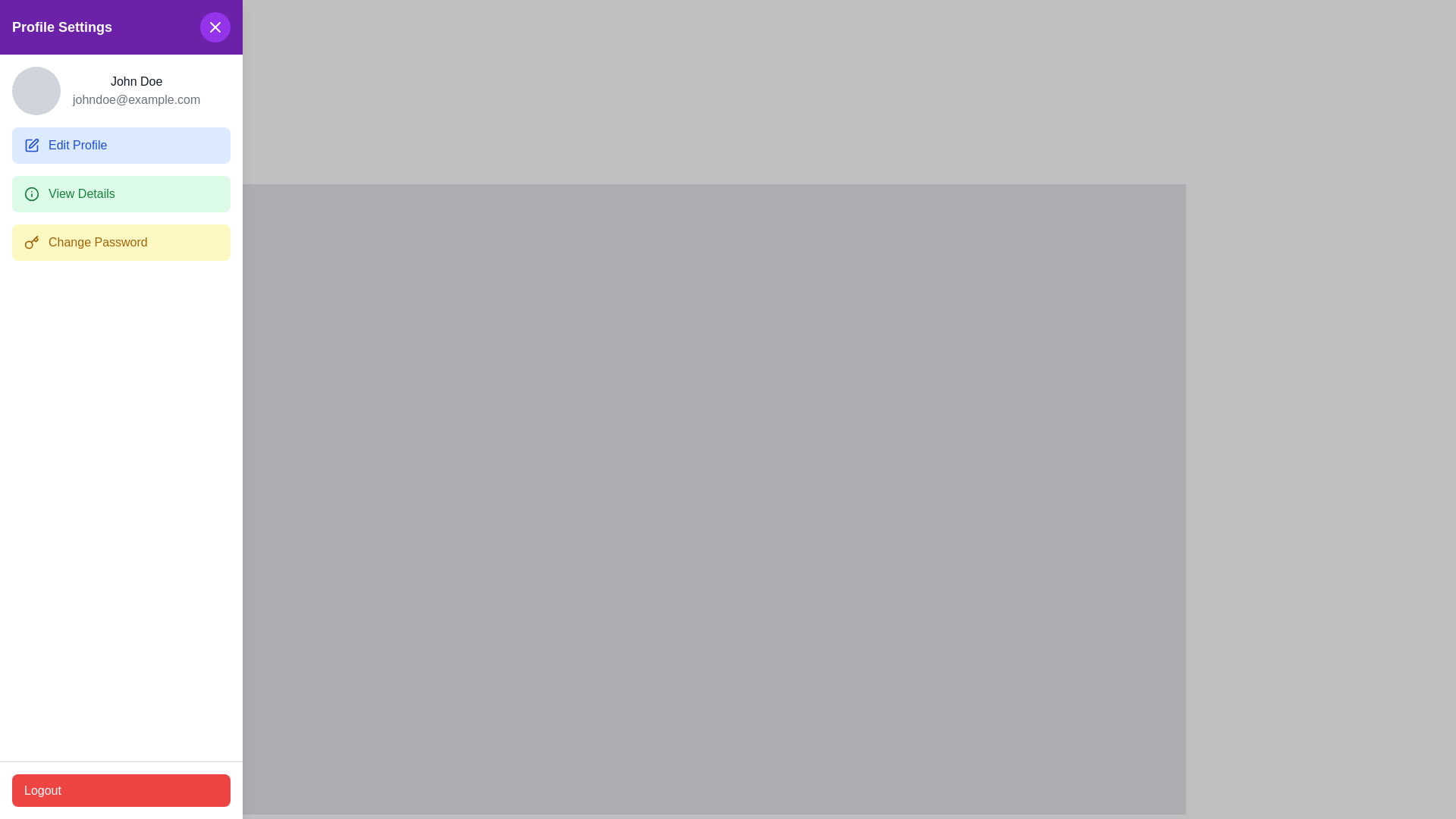 Image resolution: width=1456 pixels, height=819 pixels. What do you see at coordinates (136, 82) in the screenshot?
I see `the text label displaying the user's name, positioned just under the circular avatar icon and above the email address 'johndoe@example.com'` at bounding box center [136, 82].